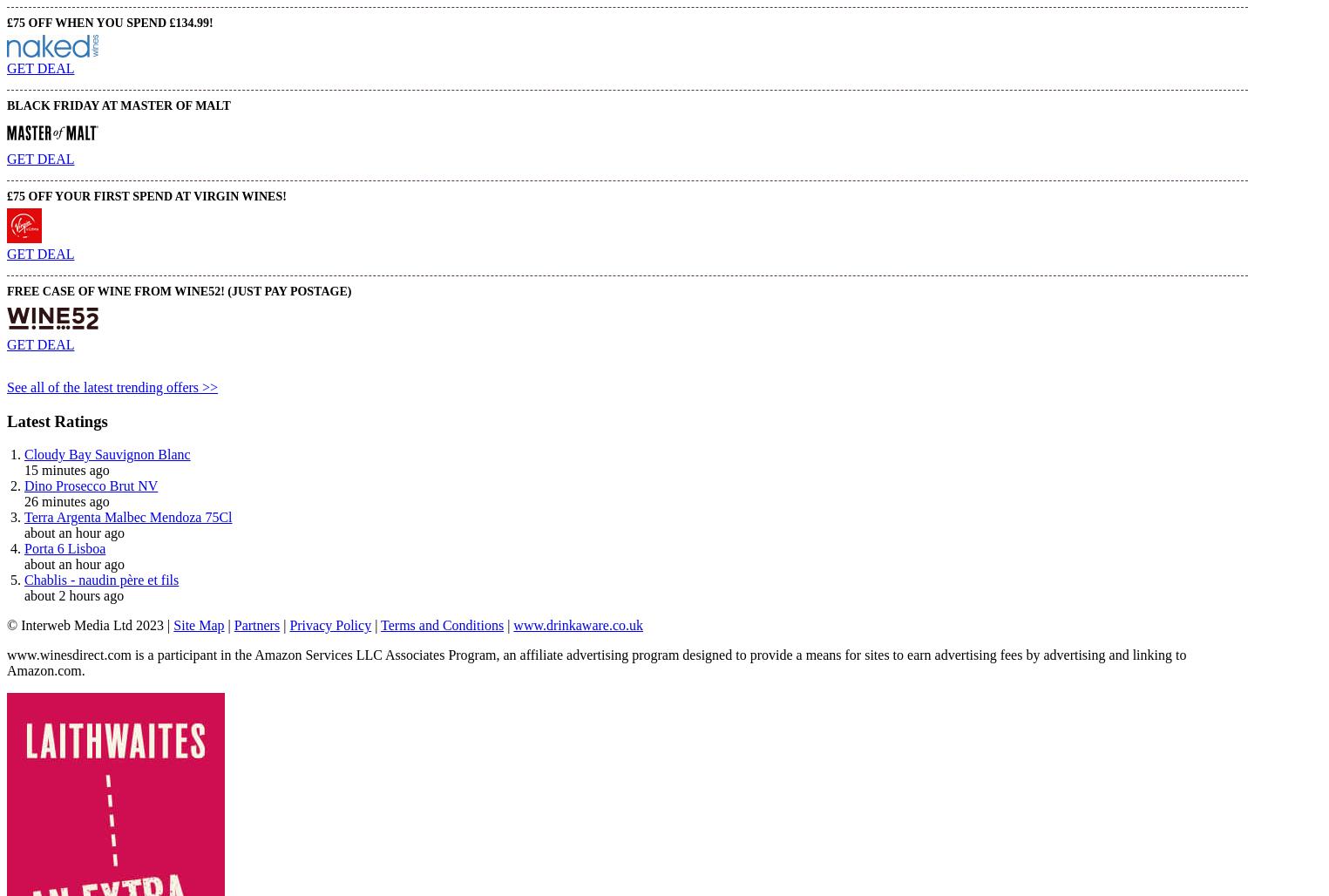 The image size is (1329, 896). Describe the element at coordinates (596, 662) in the screenshot. I see `'www.winesdirect.com ﻿﻿is a participant in the Amazon Services LLC Associates Program, an affiliate advertising program designed to provide a means for sites to earn advertising fees by advertising and linking to Amazon.com.'` at that location.